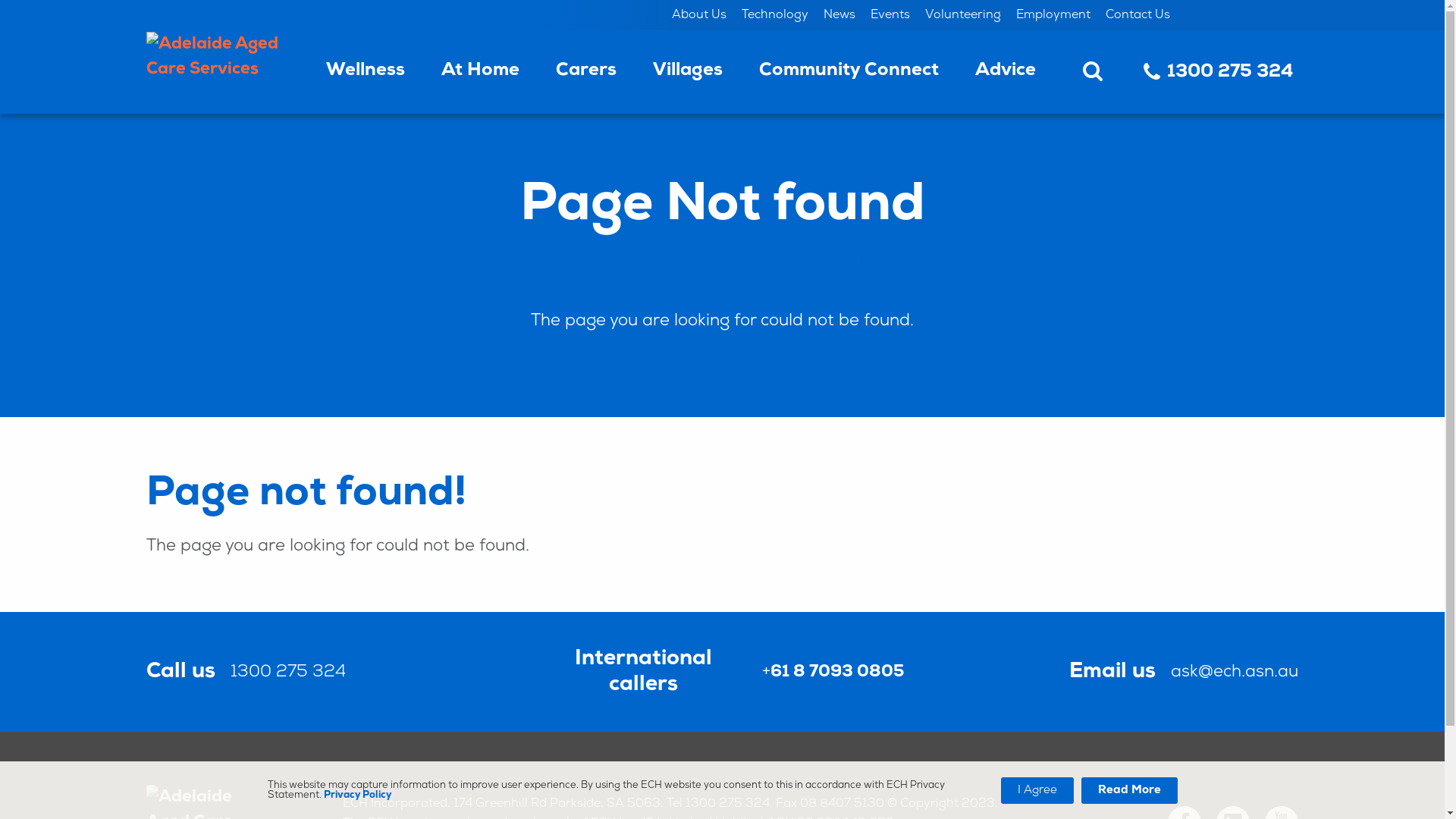  What do you see at coordinates (761, 670) in the screenshot?
I see `'+61 8 7093 0805'` at bounding box center [761, 670].